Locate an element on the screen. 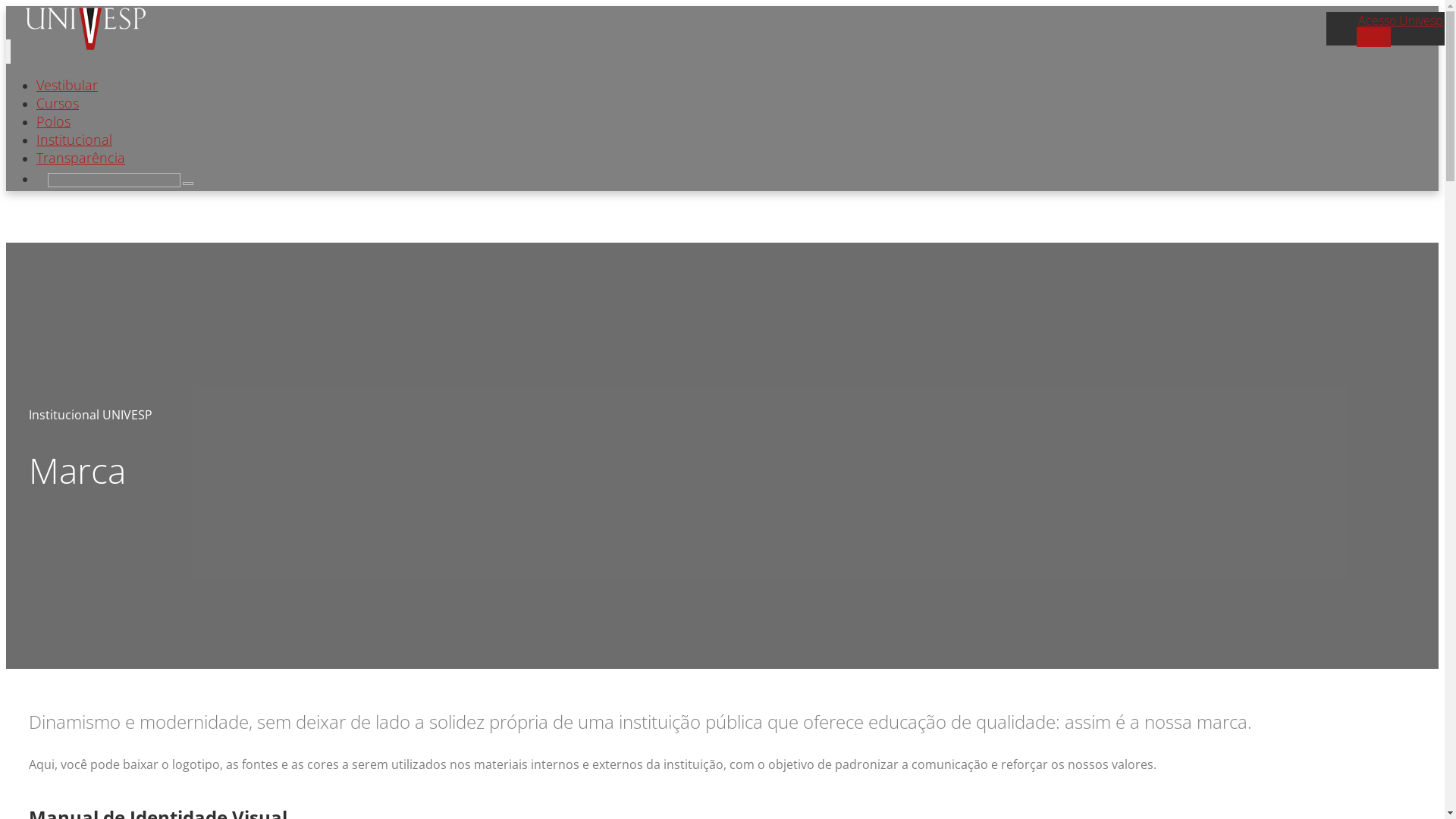  'Cursos' is located at coordinates (58, 102).